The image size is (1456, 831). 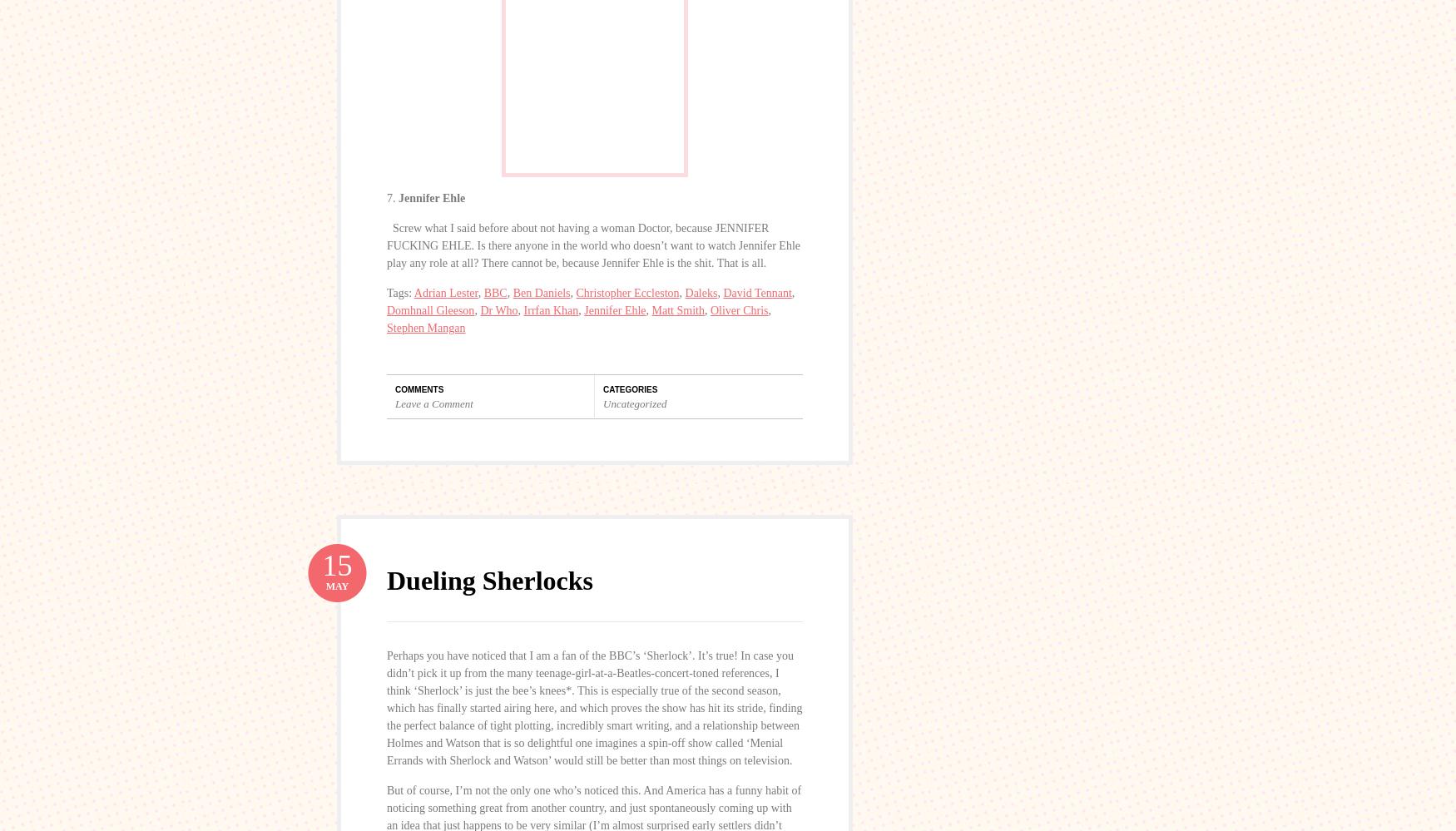 What do you see at coordinates (425, 326) in the screenshot?
I see `'Stephen Mangan'` at bounding box center [425, 326].